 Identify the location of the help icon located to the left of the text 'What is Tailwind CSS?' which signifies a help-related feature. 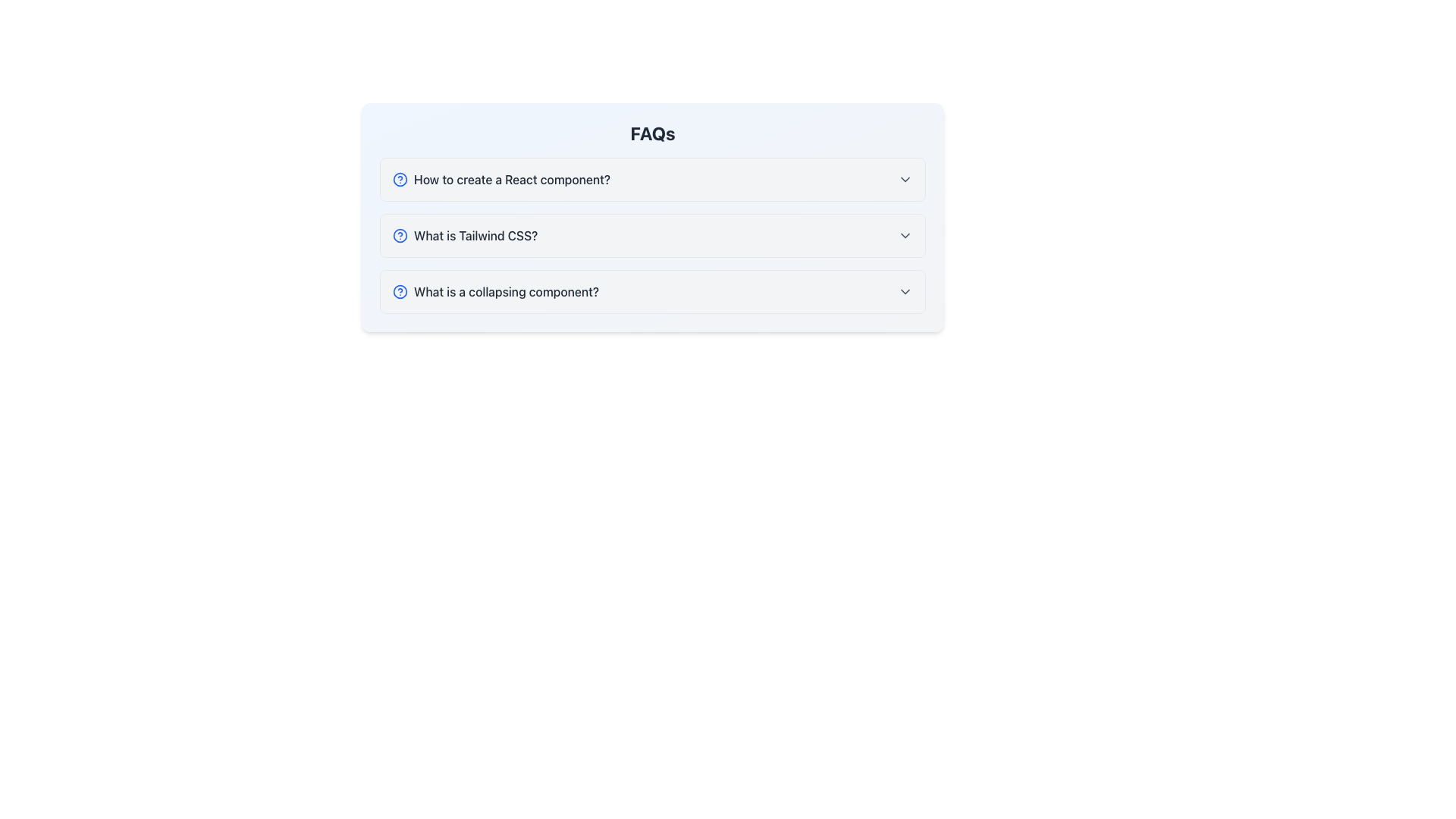
(400, 236).